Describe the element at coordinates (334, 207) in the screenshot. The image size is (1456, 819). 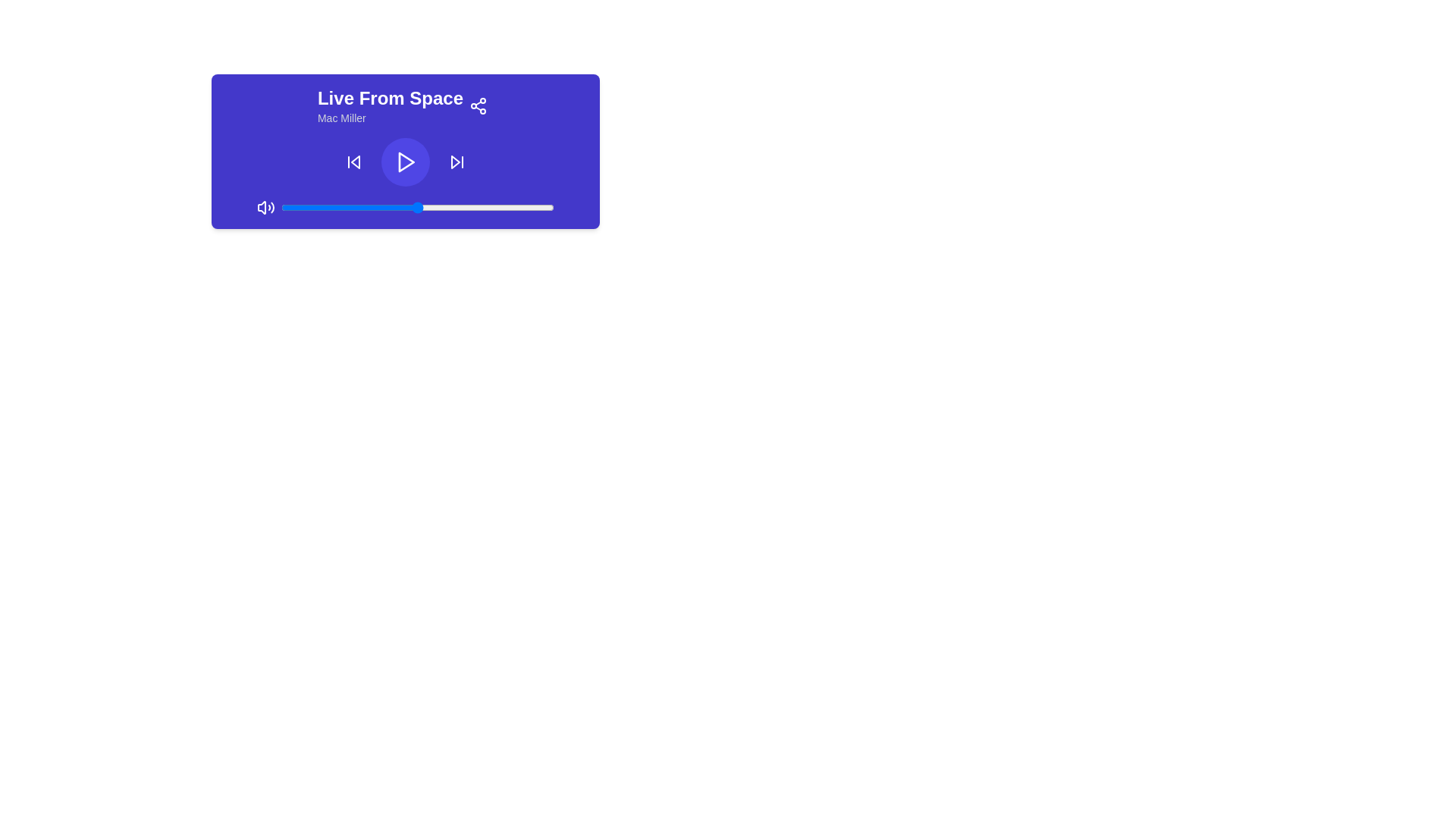
I see `the slider value` at that location.